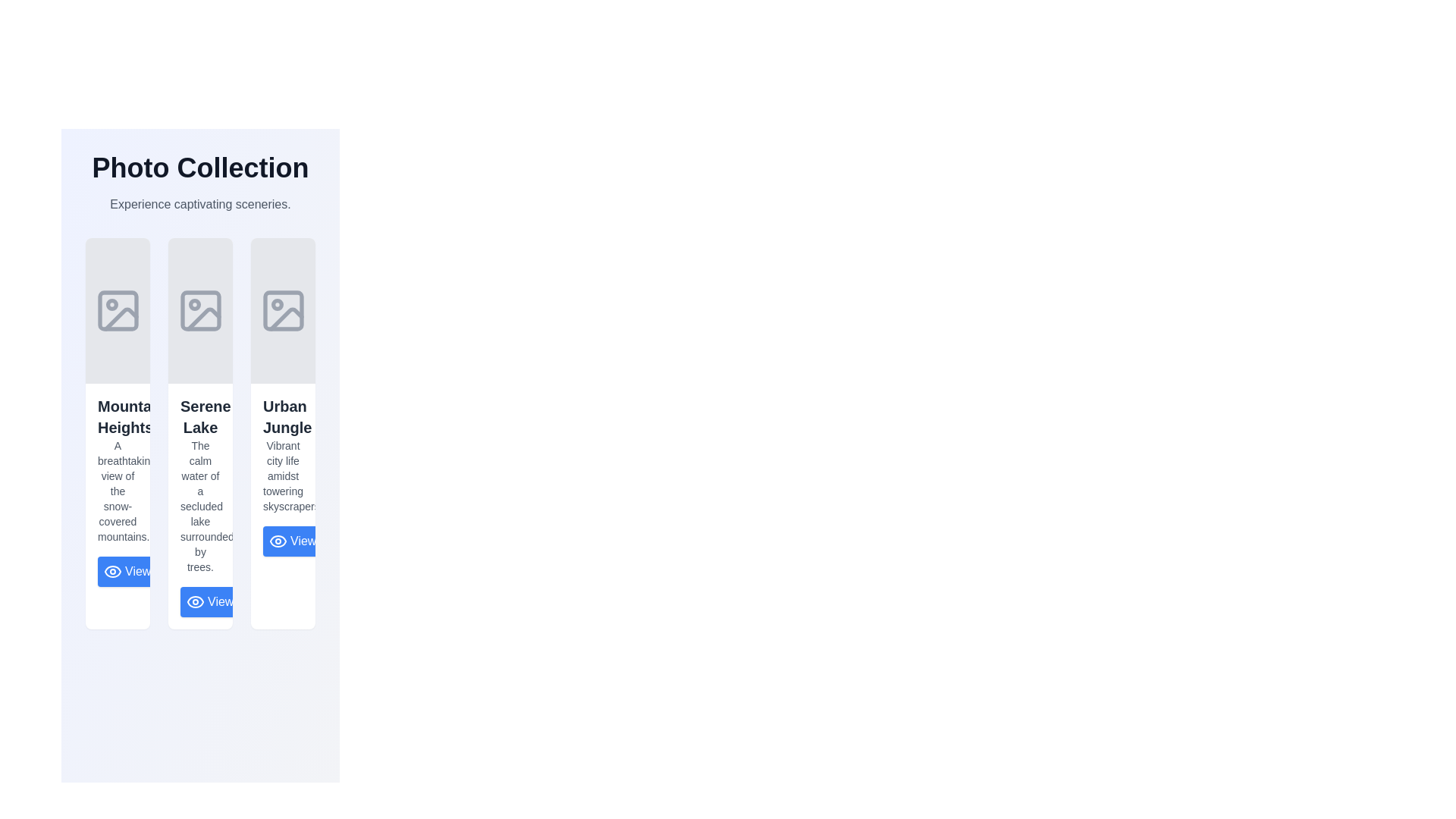 Image resolution: width=1456 pixels, height=819 pixels. I want to click on the black arrow-like graphical icon pointing to the top-right, located in the middle of a vertical triplet arrangement of icons, above the text 'Serene Lake', so click(202, 318).